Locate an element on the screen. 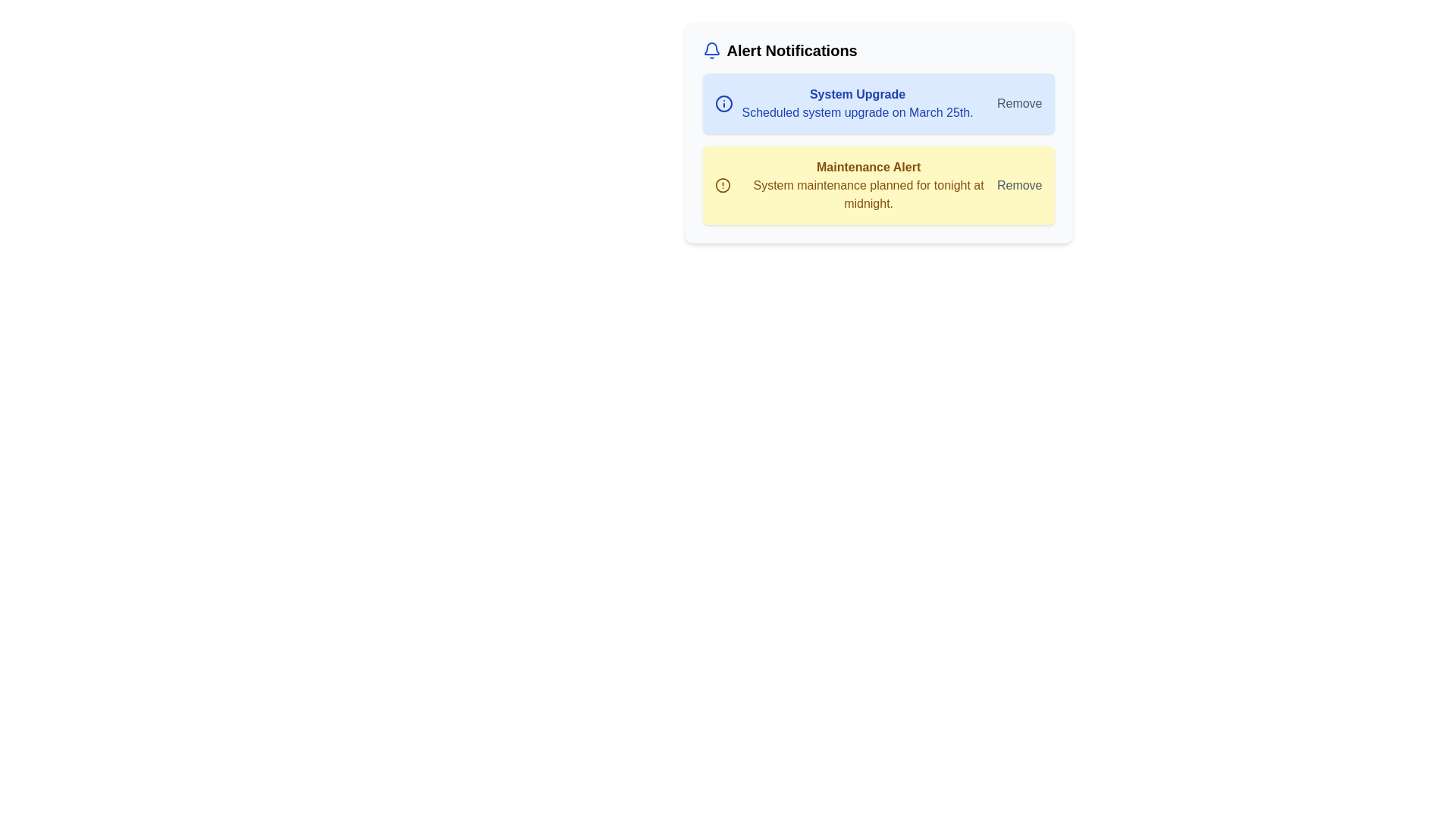 The image size is (1456, 819). the 'Remove' button for the notification titled 'System Upgrade' is located at coordinates (1019, 103).